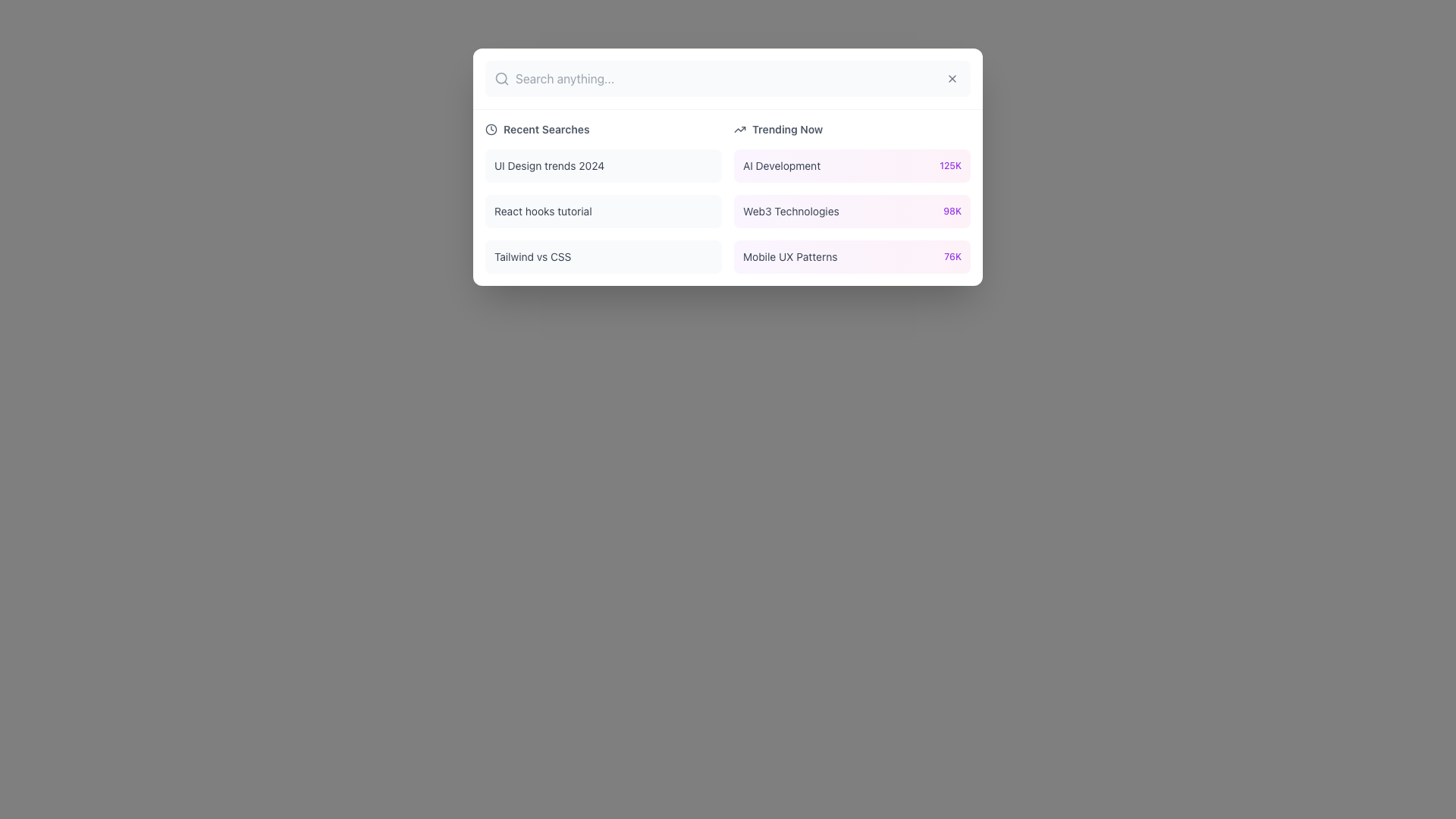 The height and width of the screenshot is (819, 1456). What do you see at coordinates (491, 128) in the screenshot?
I see `the graphical icon indicating 'Recent Searches', which is visually associated with time or history, located to the left of the label text 'Recent Searches'` at bounding box center [491, 128].